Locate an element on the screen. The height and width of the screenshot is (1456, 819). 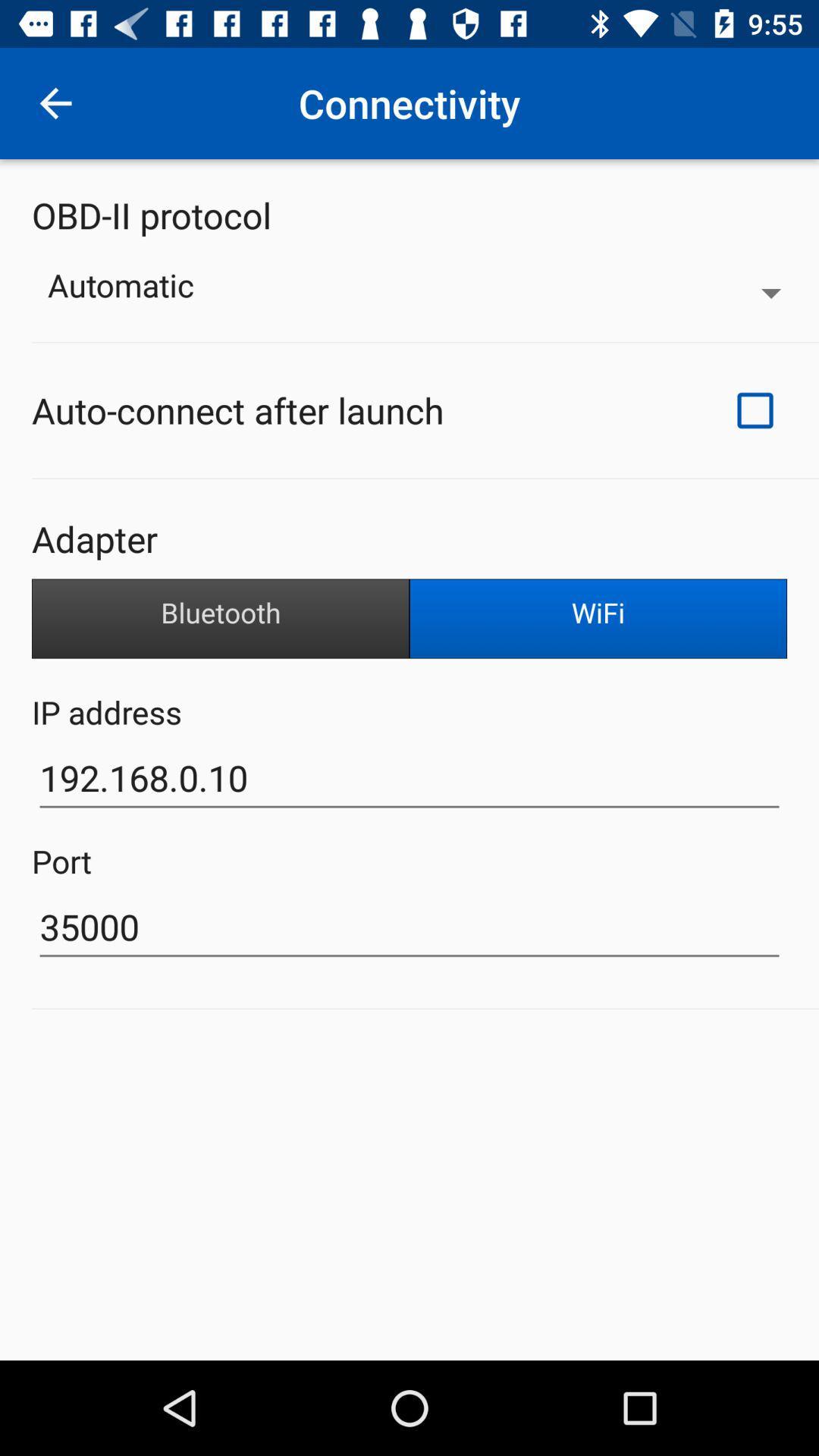
item to the left of connectivity is located at coordinates (55, 102).